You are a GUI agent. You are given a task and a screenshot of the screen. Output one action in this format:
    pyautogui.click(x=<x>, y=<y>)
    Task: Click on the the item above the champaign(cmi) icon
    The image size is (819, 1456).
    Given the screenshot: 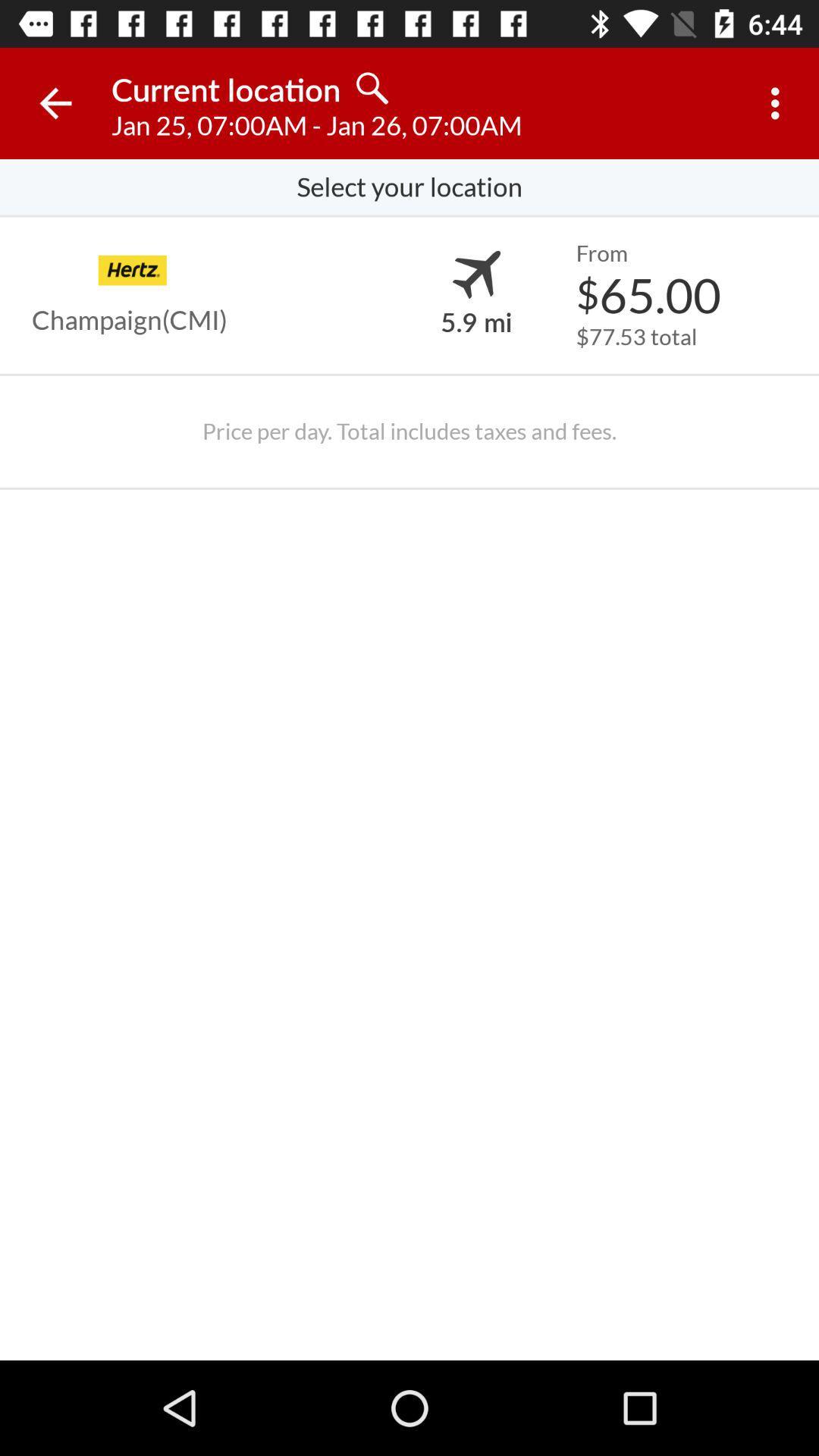 What is the action you would take?
    pyautogui.click(x=131, y=270)
    